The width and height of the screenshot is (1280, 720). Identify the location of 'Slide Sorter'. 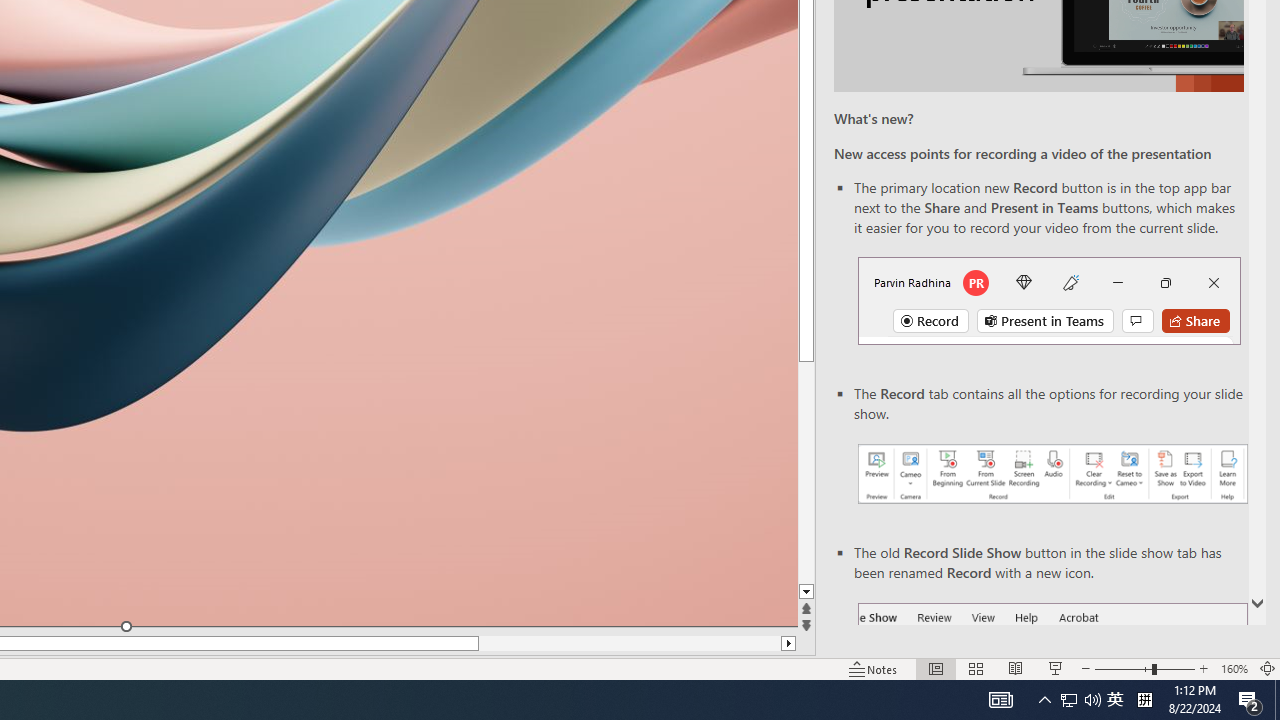
(976, 669).